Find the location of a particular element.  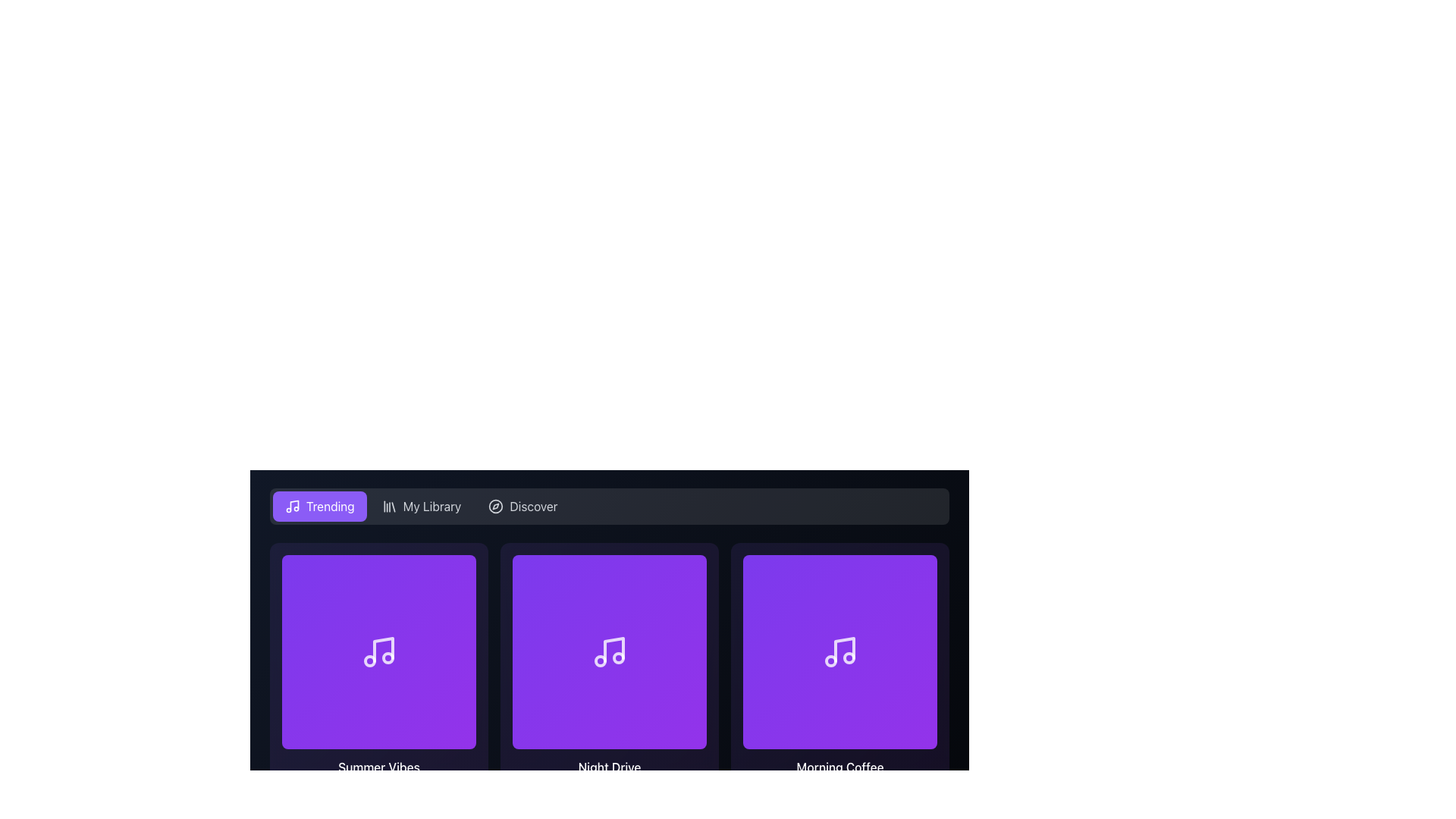

the Text Label displaying 'Summer Vibes', which is styled in white and located below a vibrant purple box with a music icon is located at coordinates (378, 767).